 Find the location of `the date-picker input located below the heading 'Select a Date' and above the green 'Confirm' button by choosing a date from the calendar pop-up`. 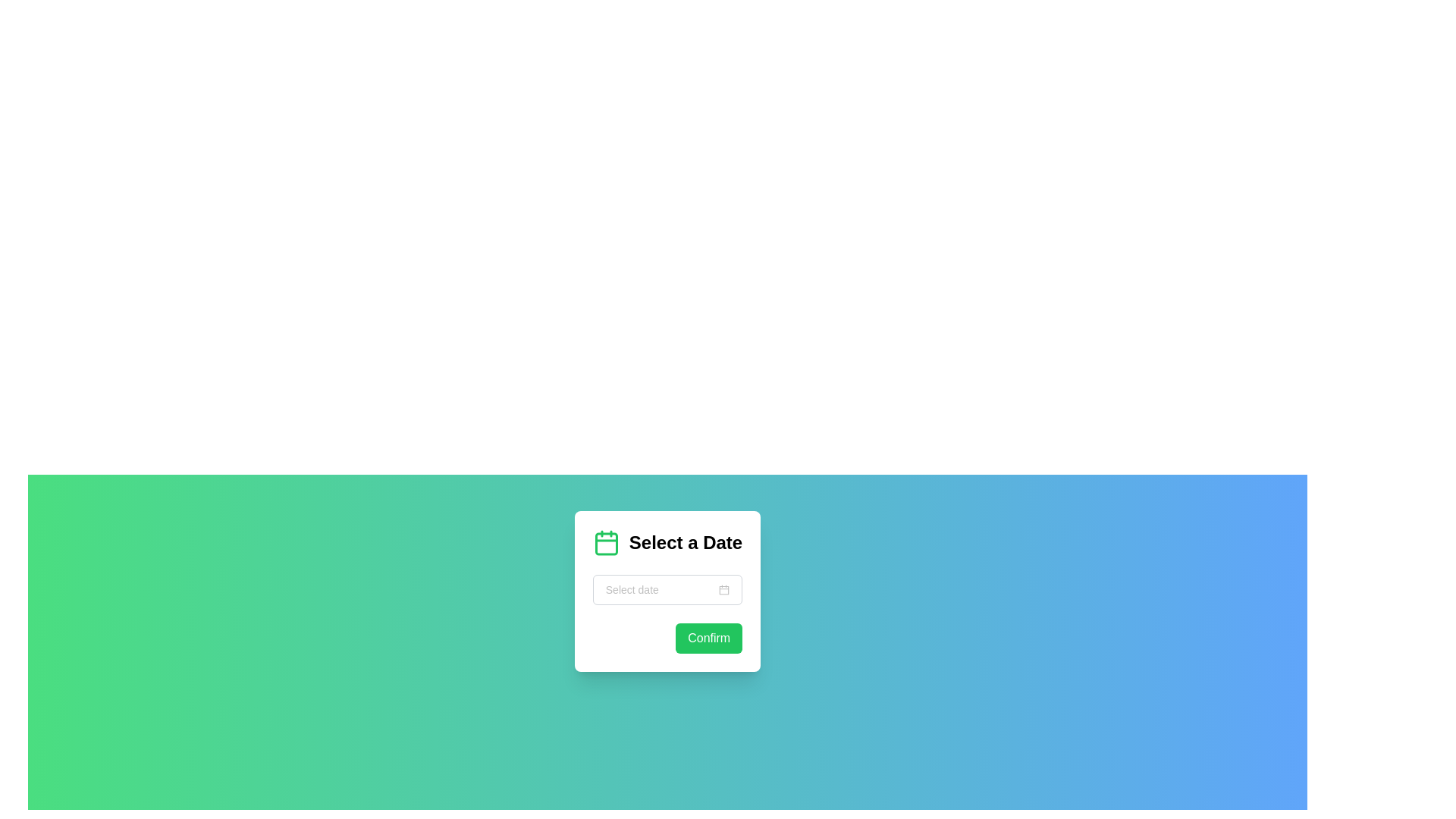

the date-picker input located below the heading 'Select a Date' and above the green 'Confirm' button by choosing a date from the calendar pop-up is located at coordinates (667, 589).